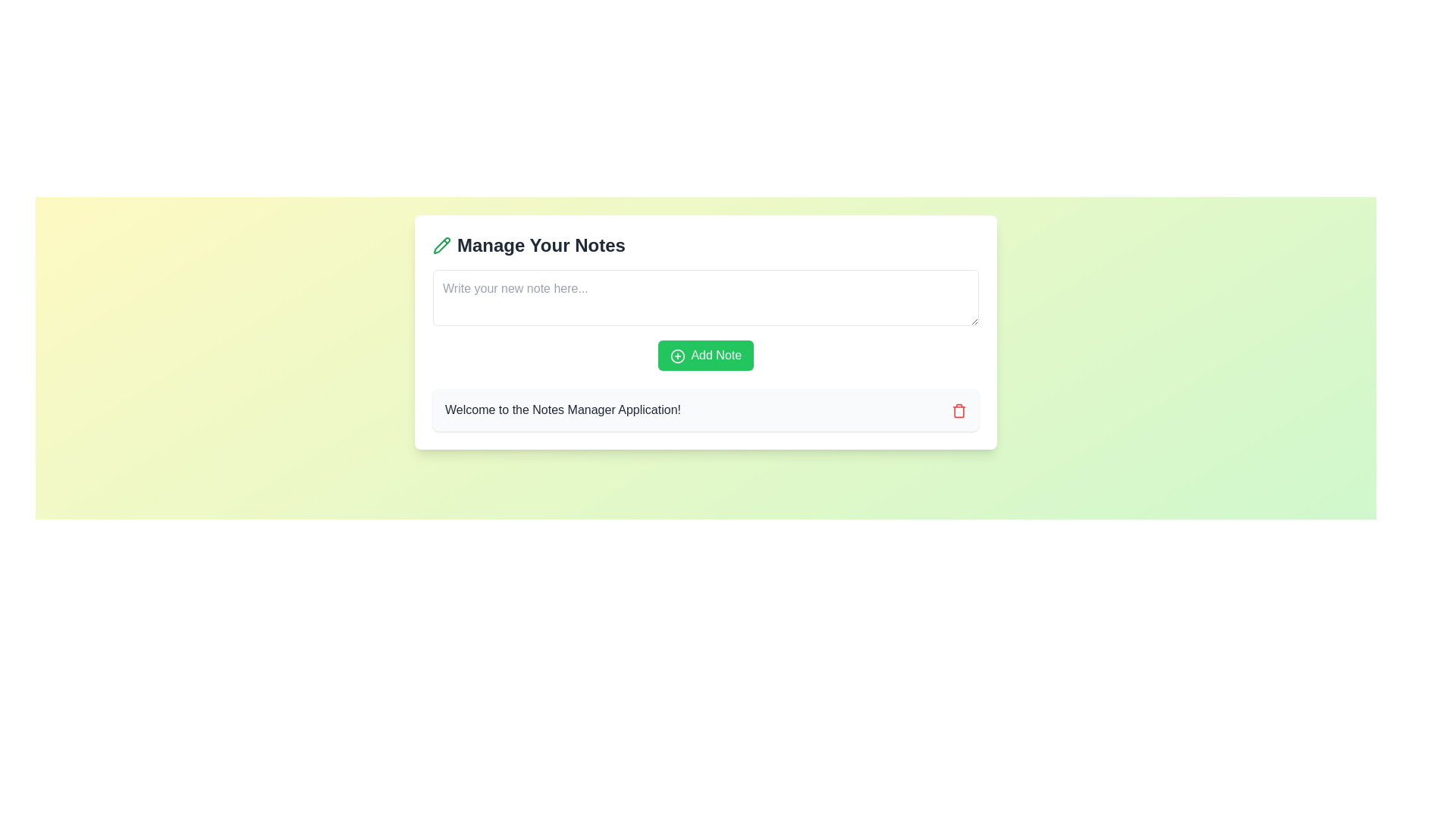  Describe the element at coordinates (705, 356) in the screenshot. I see `the 'Add Note' button located below the text input area labeled 'Write your new note here...' for visual feedback` at that location.